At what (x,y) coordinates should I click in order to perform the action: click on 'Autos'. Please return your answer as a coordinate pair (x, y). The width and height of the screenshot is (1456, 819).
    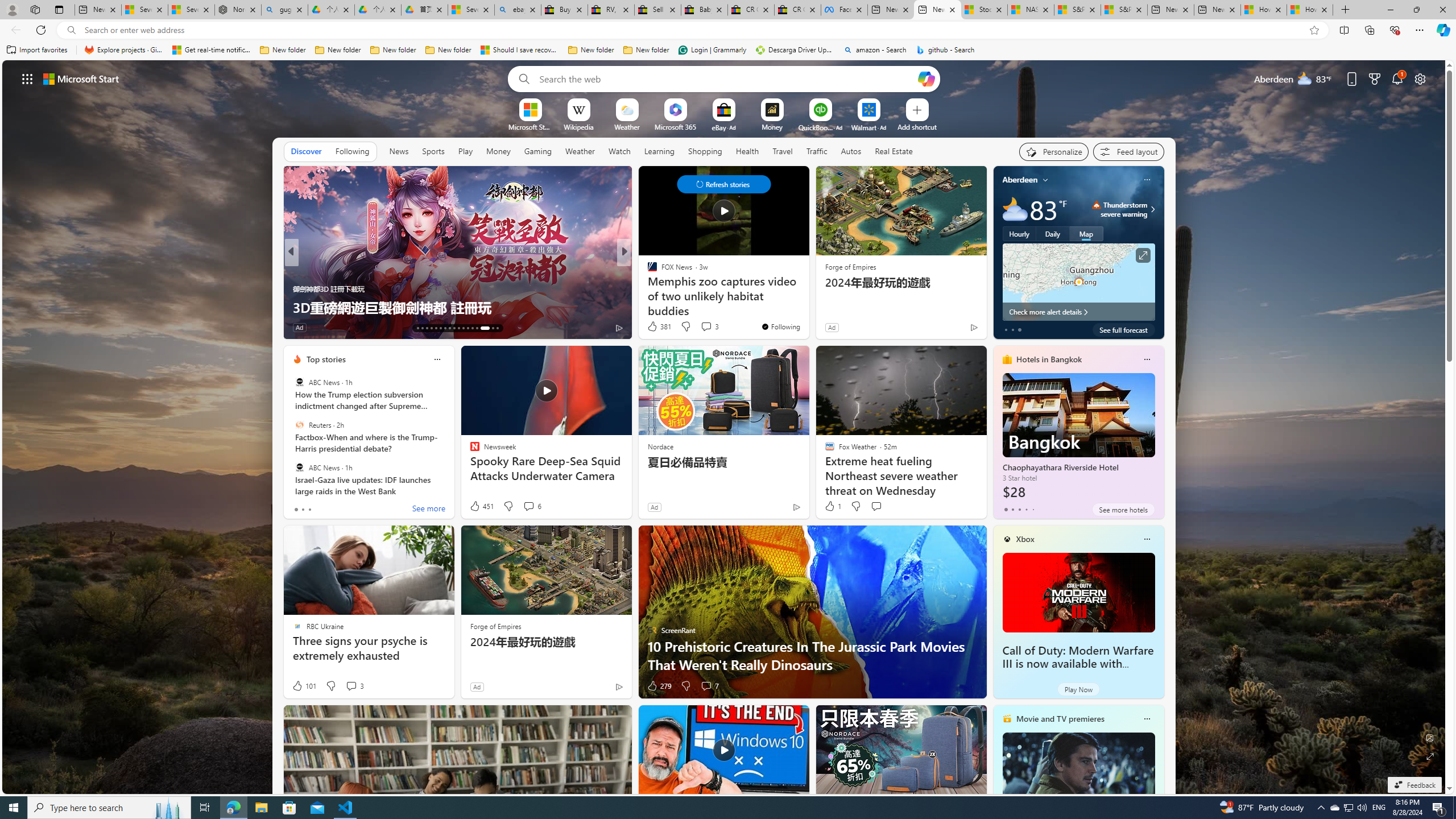
    Looking at the image, I should click on (851, 151).